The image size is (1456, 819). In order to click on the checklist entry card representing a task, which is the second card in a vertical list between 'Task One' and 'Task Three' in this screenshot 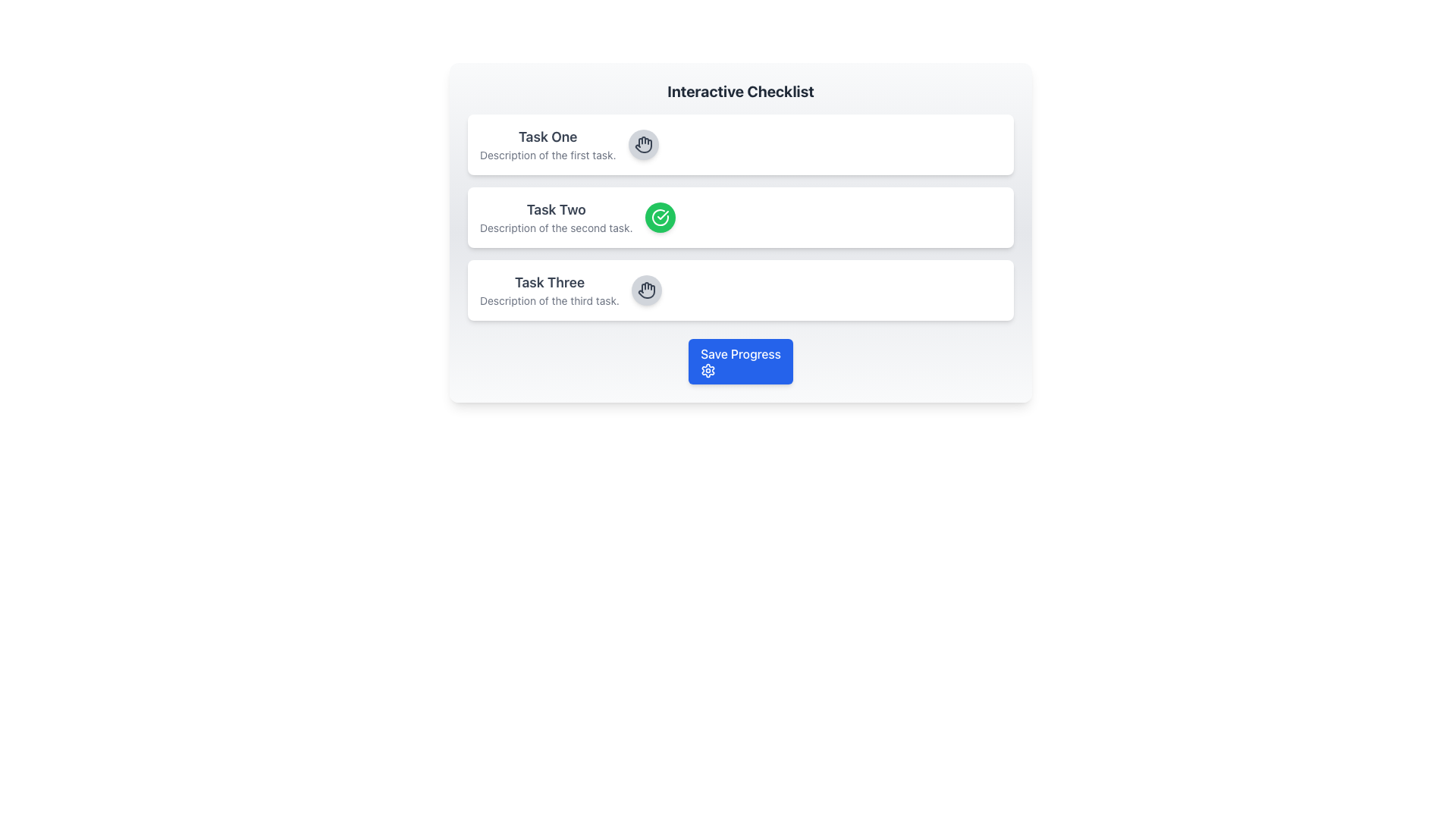, I will do `click(741, 217)`.